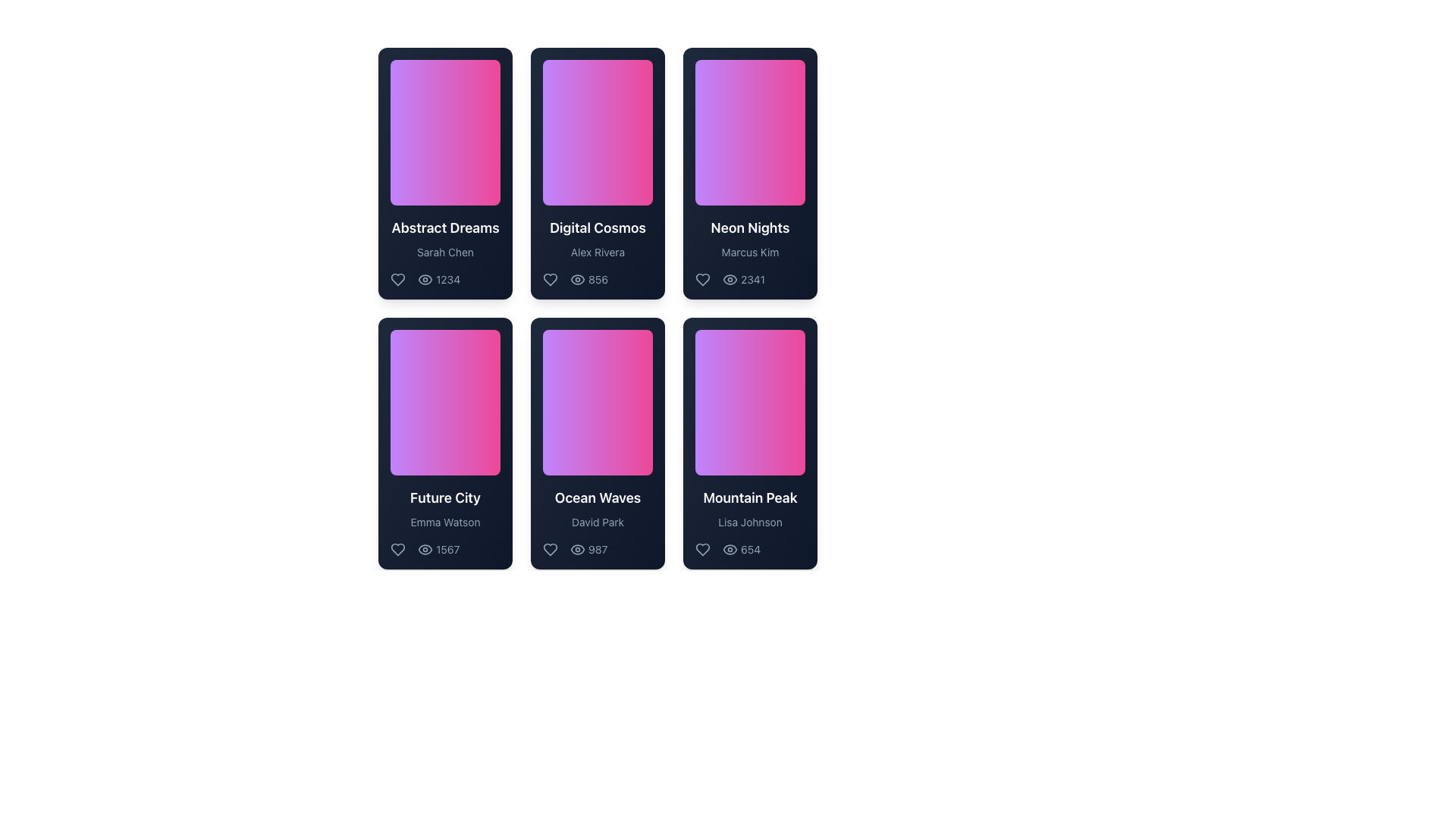 Image resolution: width=1456 pixels, height=819 pixels. Describe the element at coordinates (444, 172) in the screenshot. I see `the card element titled 'Abstract Dreams' that has a gradient background, rounded corners, and contains the title and icons at the bottom` at that location.